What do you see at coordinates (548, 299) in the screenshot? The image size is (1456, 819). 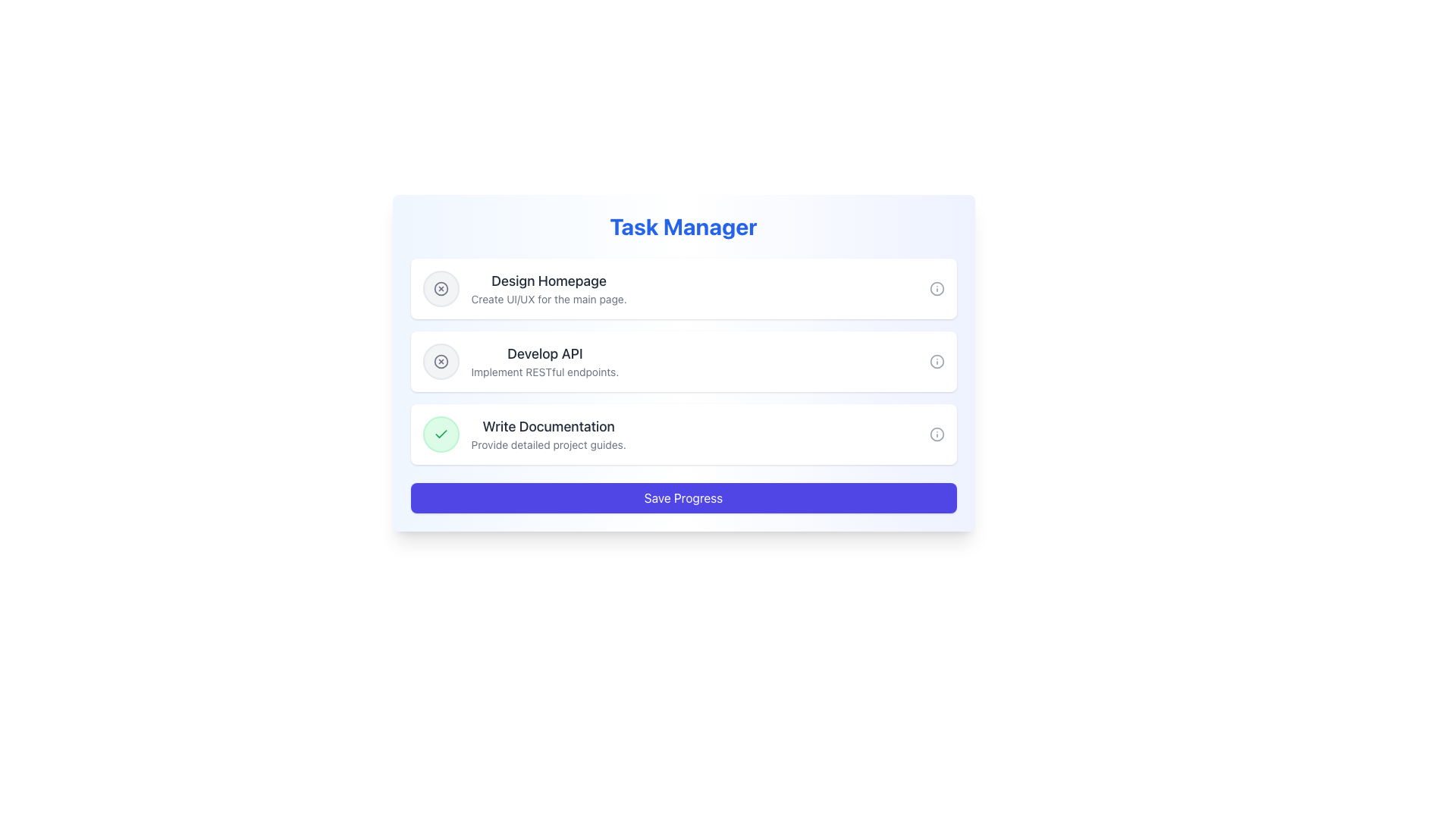 I see `brief description provided by the text label located beneath the title 'Design Homepage' in the upper section of the interface` at bounding box center [548, 299].